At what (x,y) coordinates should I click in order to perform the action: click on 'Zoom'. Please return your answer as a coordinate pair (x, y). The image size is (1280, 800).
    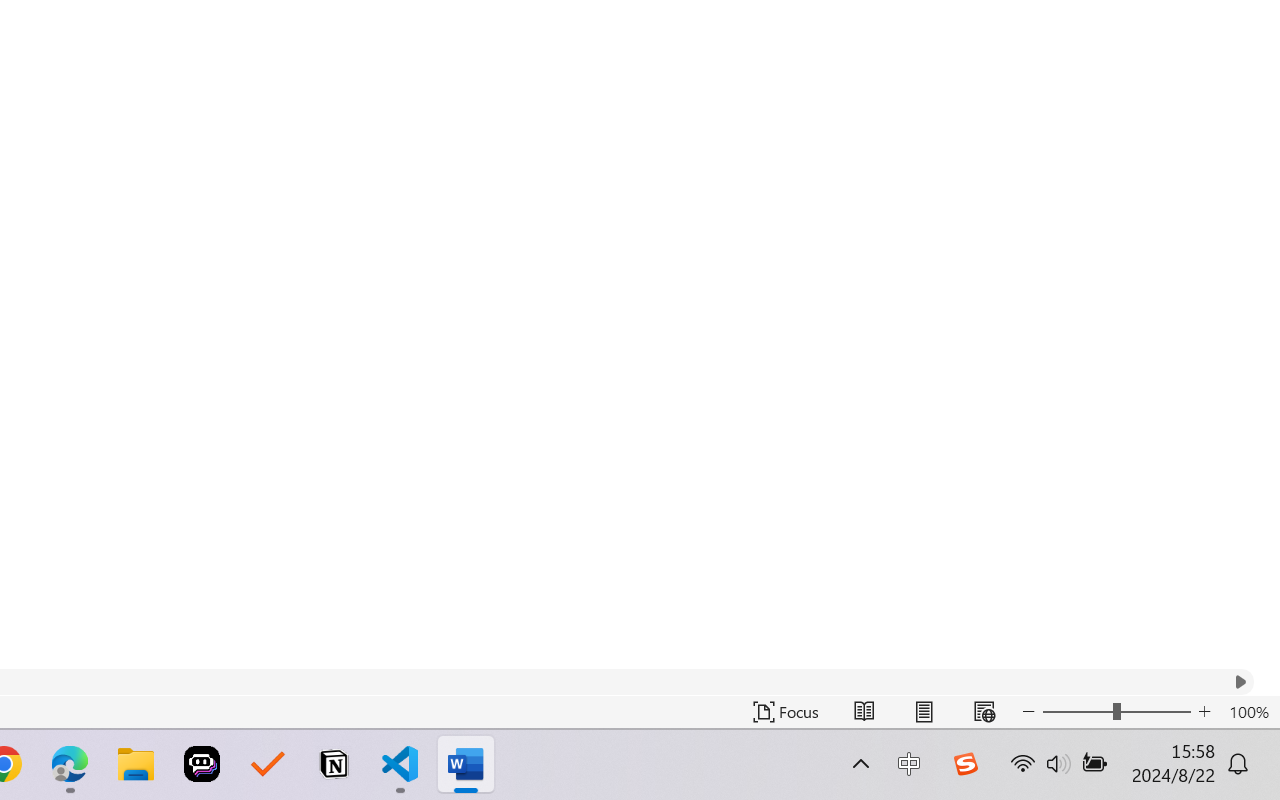
    Looking at the image, I should click on (1115, 711).